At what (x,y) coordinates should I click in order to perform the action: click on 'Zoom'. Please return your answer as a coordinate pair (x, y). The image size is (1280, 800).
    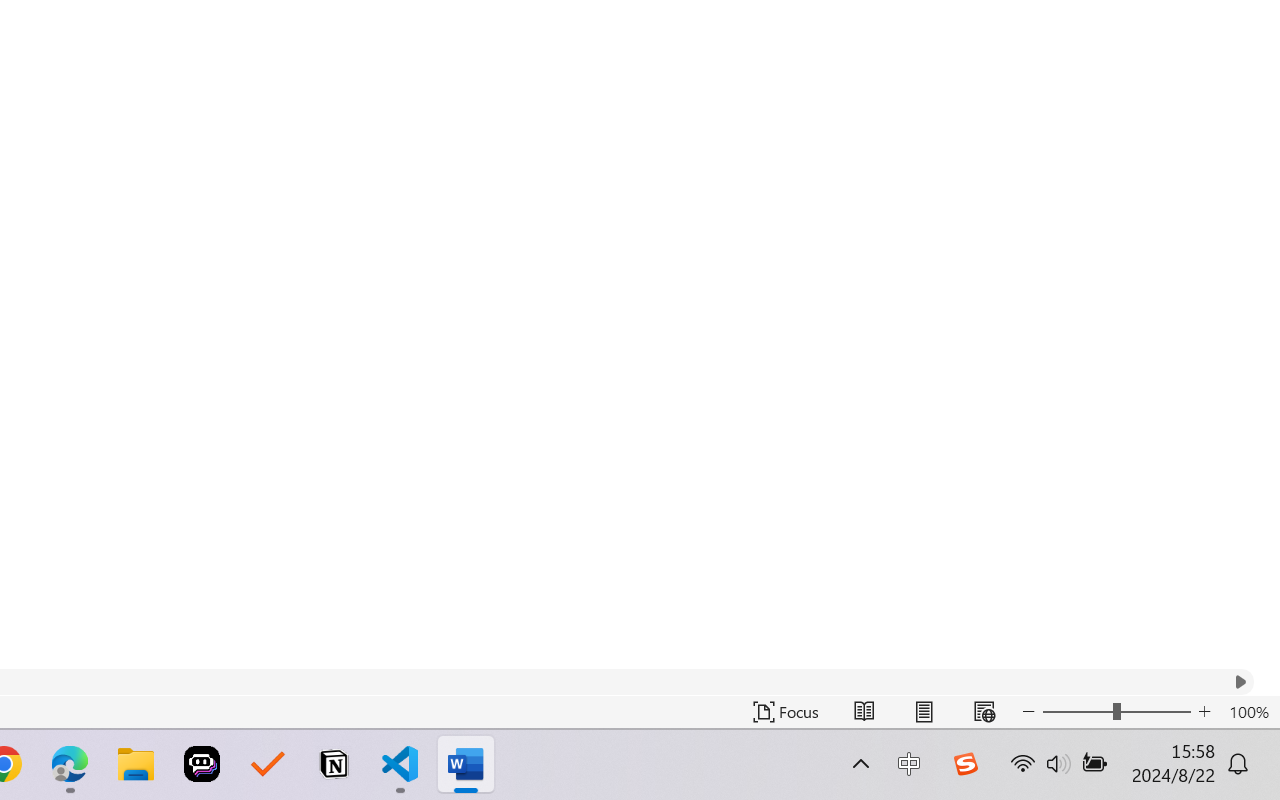
    Looking at the image, I should click on (1115, 711).